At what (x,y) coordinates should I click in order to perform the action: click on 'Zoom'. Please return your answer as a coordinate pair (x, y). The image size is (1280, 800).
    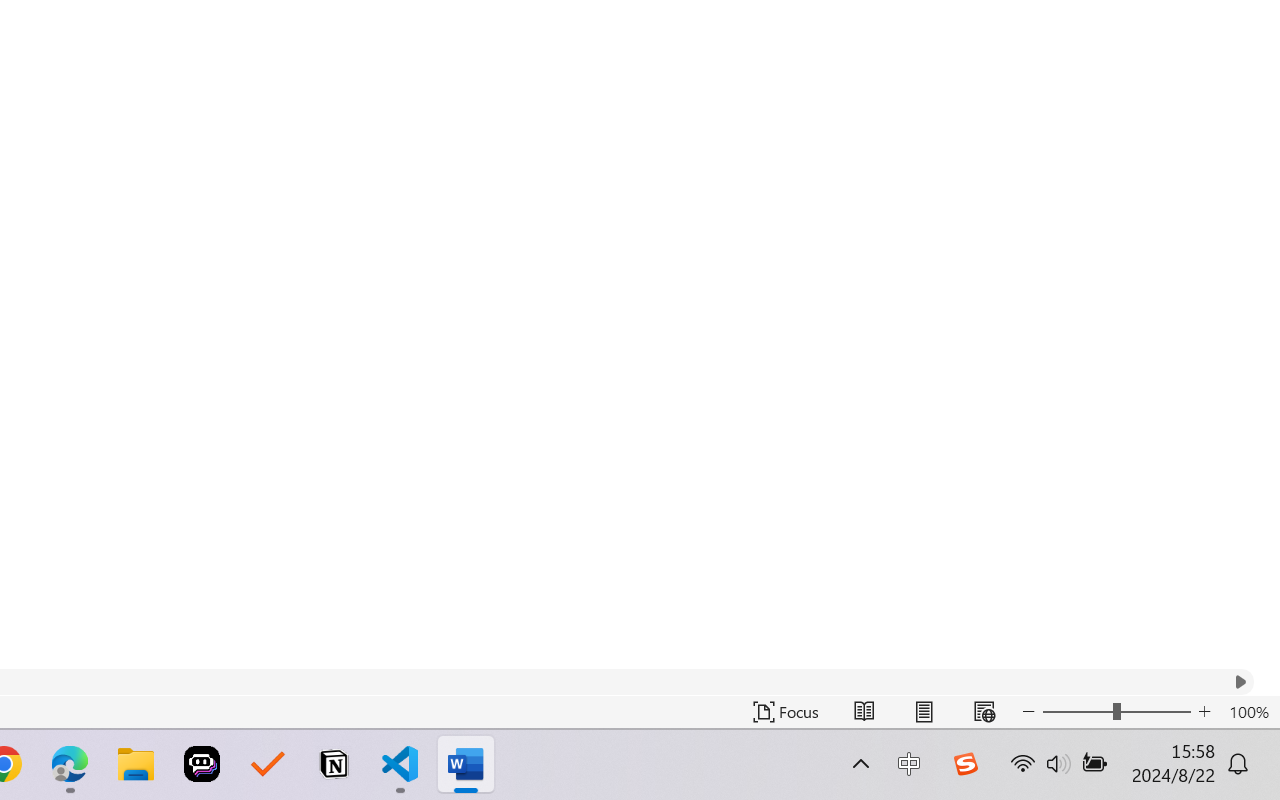
    Looking at the image, I should click on (1115, 711).